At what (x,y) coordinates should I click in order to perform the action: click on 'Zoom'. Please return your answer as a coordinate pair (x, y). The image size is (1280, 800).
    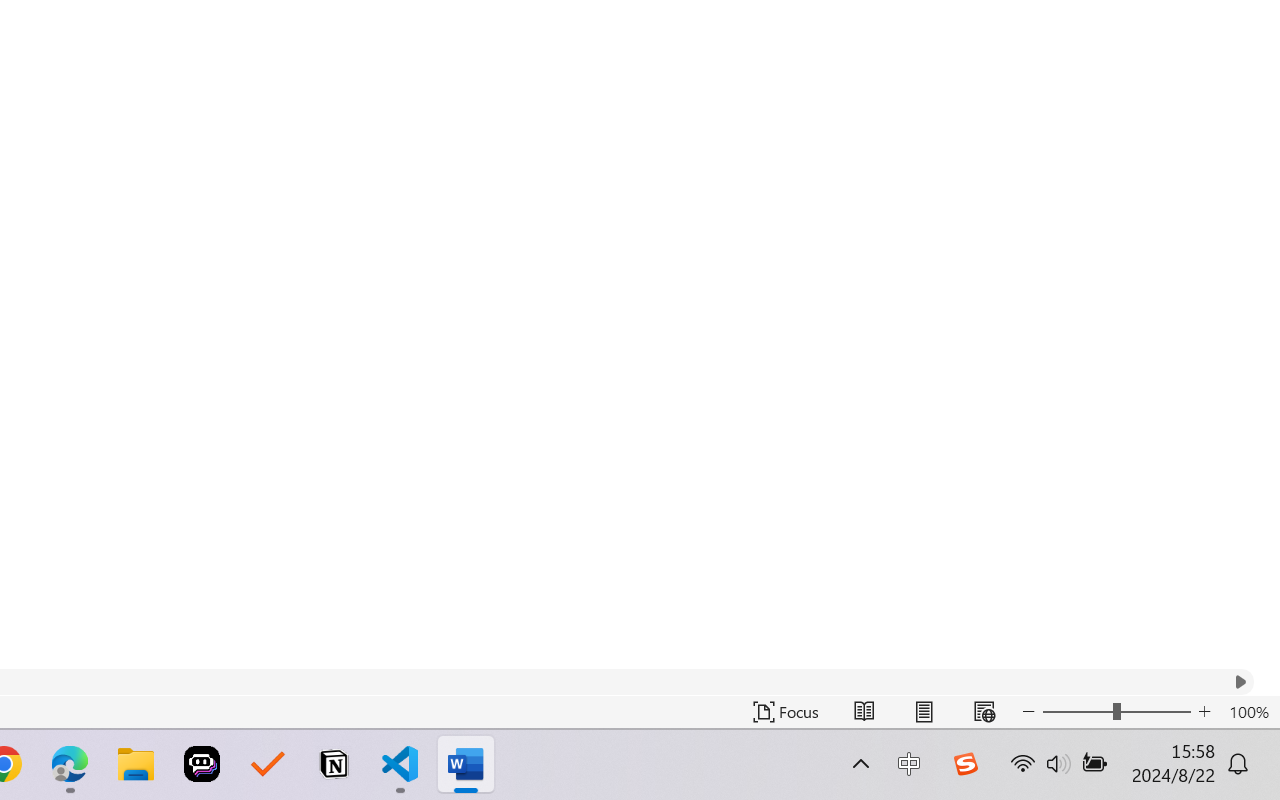
    Looking at the image, I should click on (1115, 711).